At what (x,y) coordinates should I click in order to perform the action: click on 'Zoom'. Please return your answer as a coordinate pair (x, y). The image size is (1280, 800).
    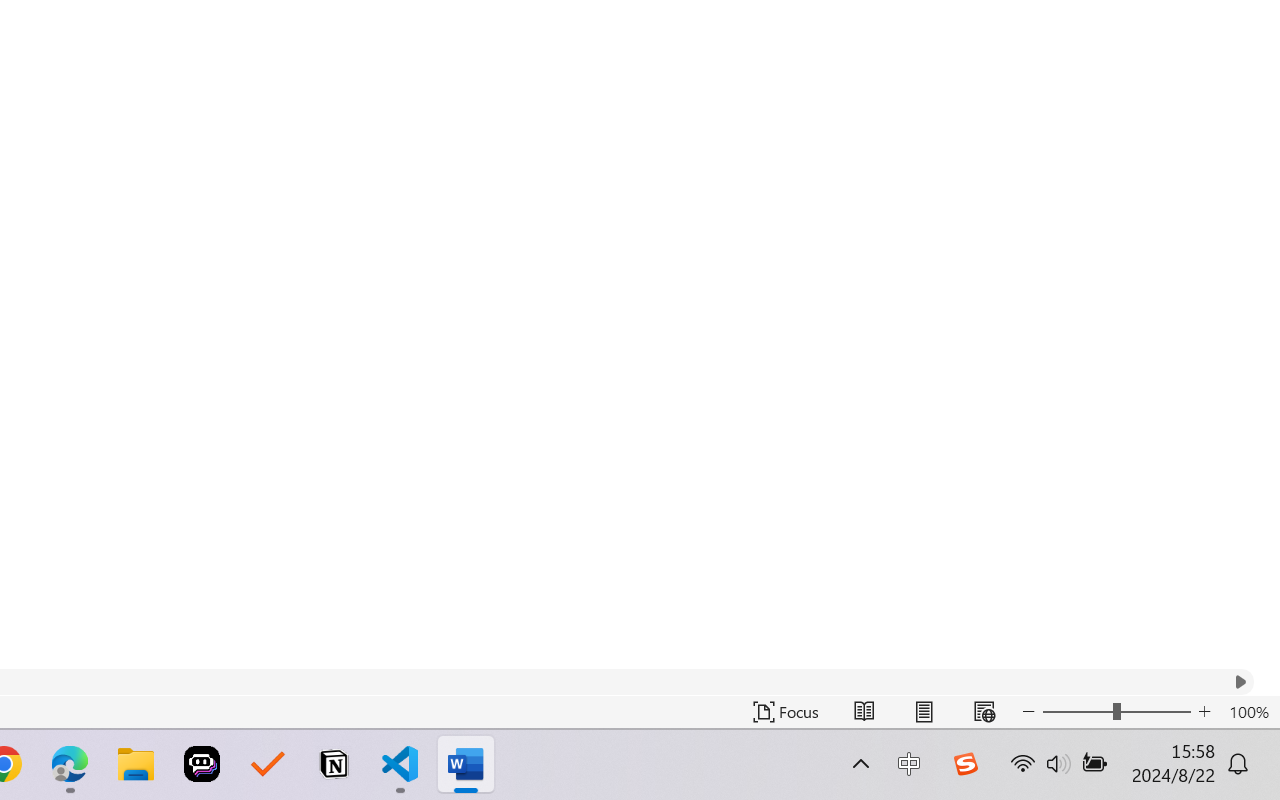
    Looking at the image, I should click on (1115, 711).